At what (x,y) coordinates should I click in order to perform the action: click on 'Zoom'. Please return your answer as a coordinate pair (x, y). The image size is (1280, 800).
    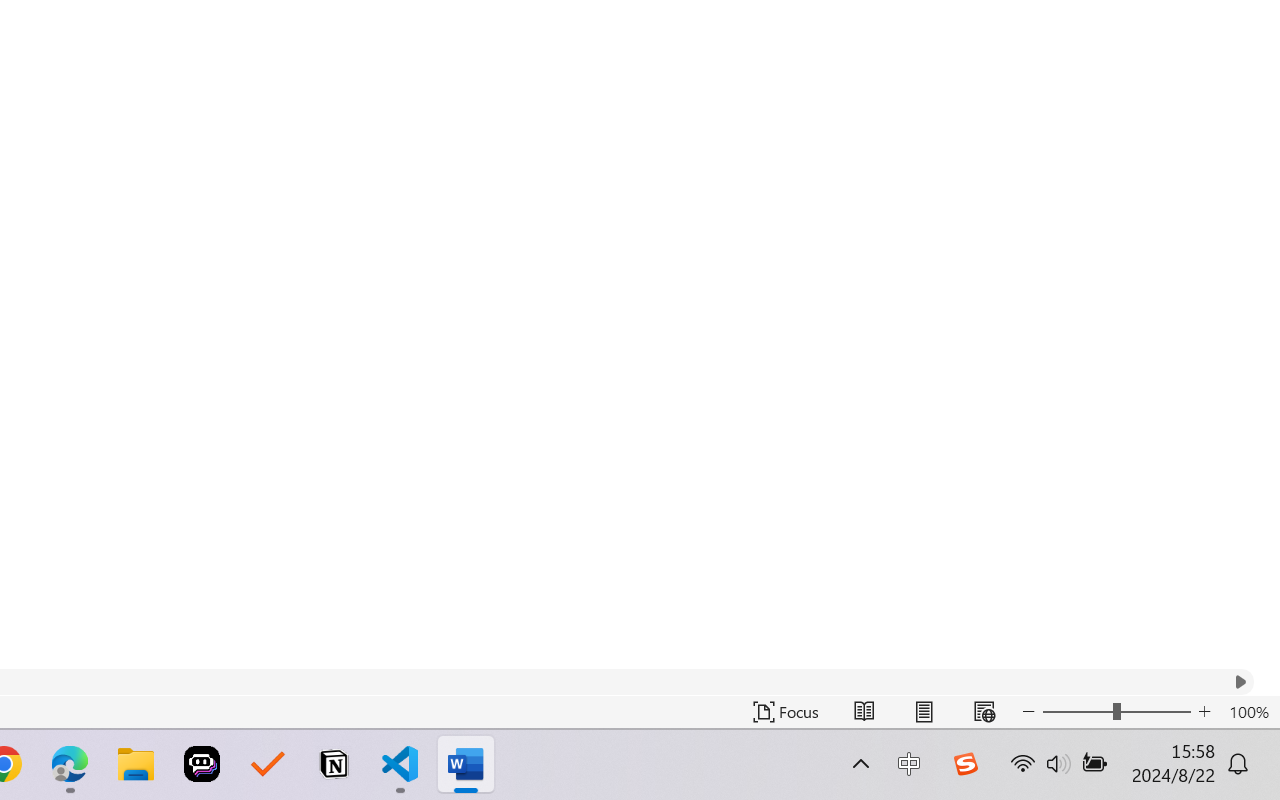
    Looking at the image, I should click on (1115, 711).